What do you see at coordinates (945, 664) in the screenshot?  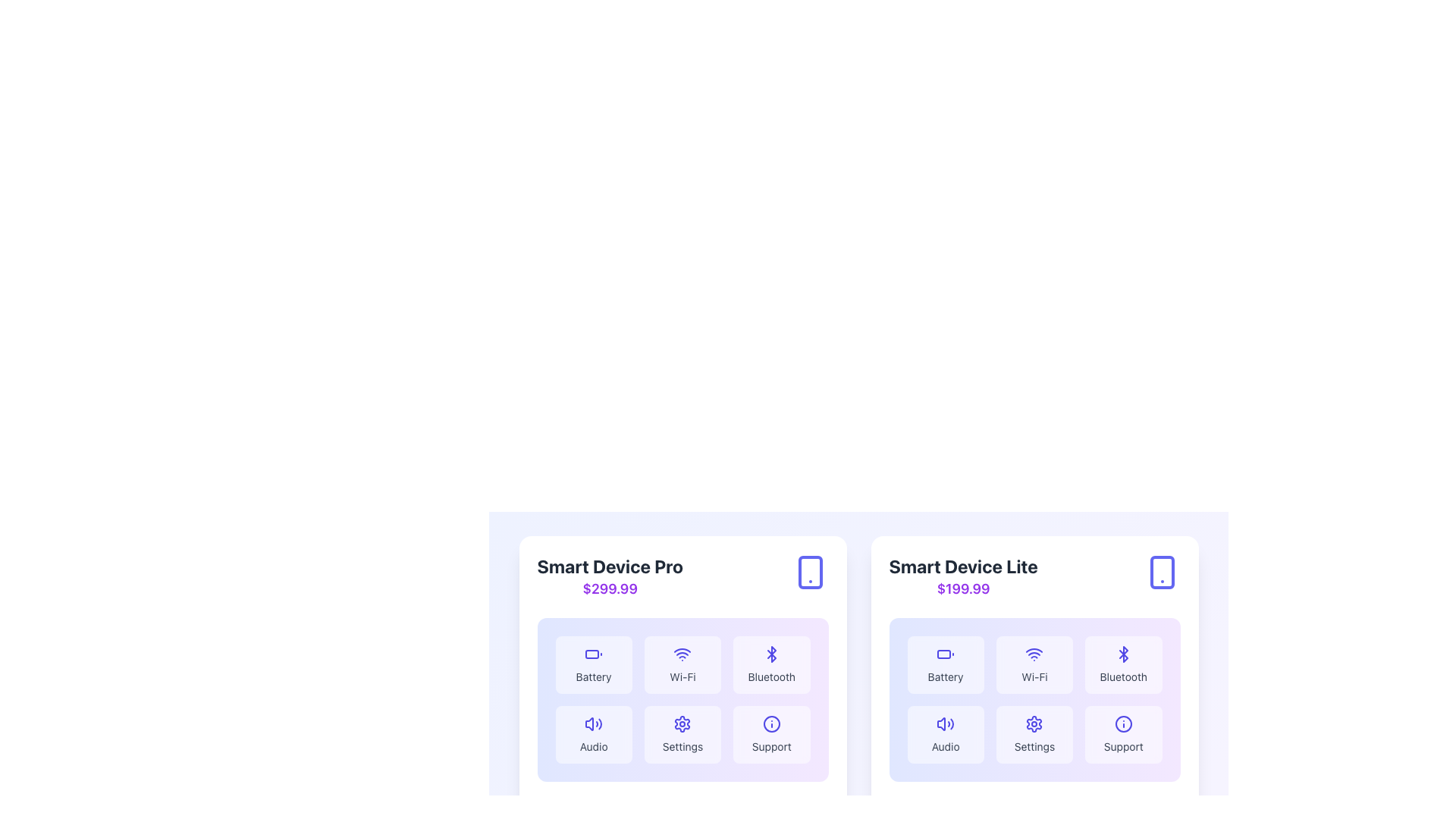 I see `the 'Battery' card located in the first row and first column of the 'Smart Device Lite' section` at bounding box center [945, 664].